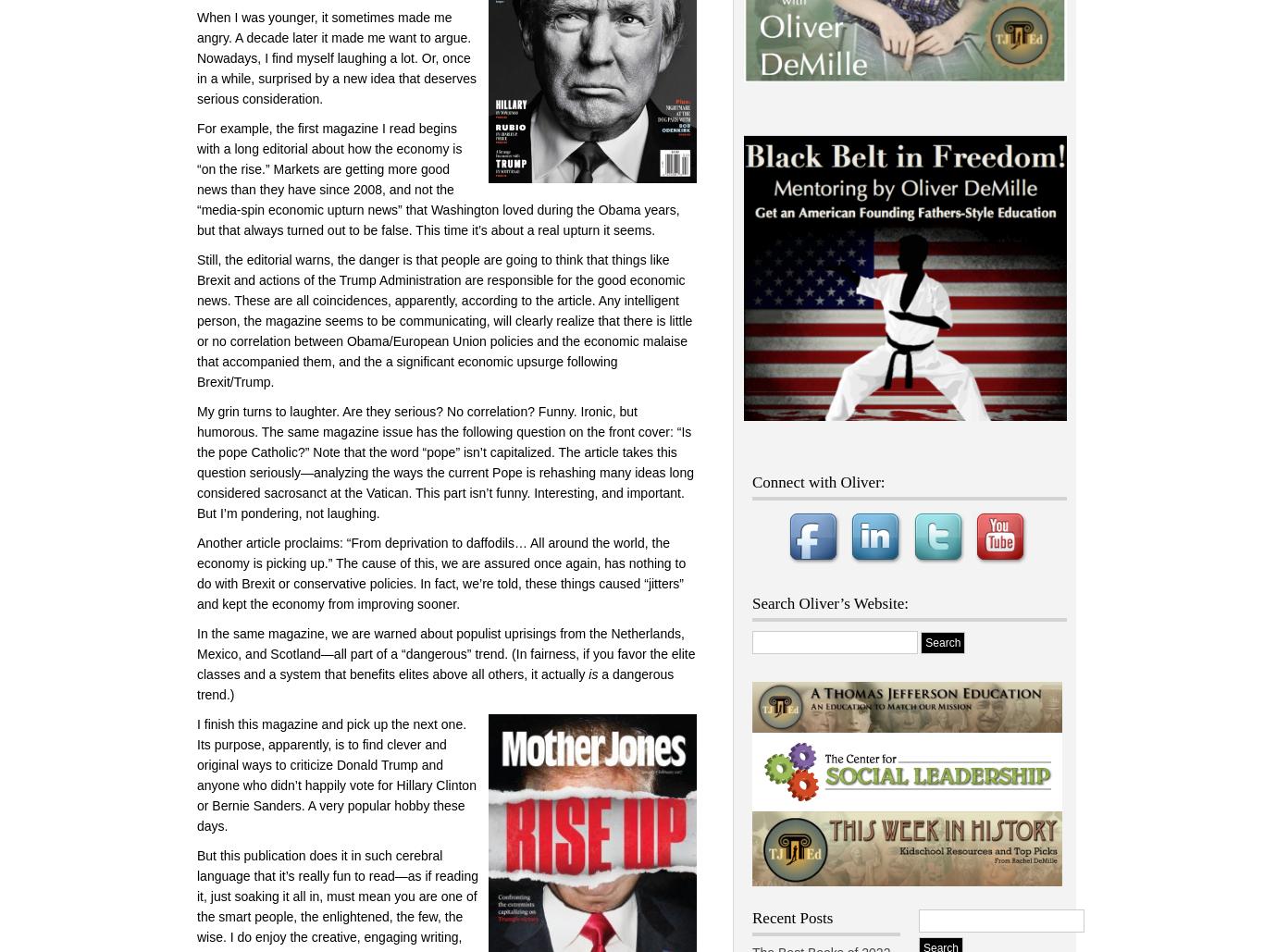  Describe the element at coordinates (335, 57) in the screenshot. I see `'When I was younger, it sometimes made me angry. A decade later it made me want to argue. Nowadays, I find myself laughing a lot. Or, once in a while, surprised by a new idea that deserves serious consideration.'` at that location.